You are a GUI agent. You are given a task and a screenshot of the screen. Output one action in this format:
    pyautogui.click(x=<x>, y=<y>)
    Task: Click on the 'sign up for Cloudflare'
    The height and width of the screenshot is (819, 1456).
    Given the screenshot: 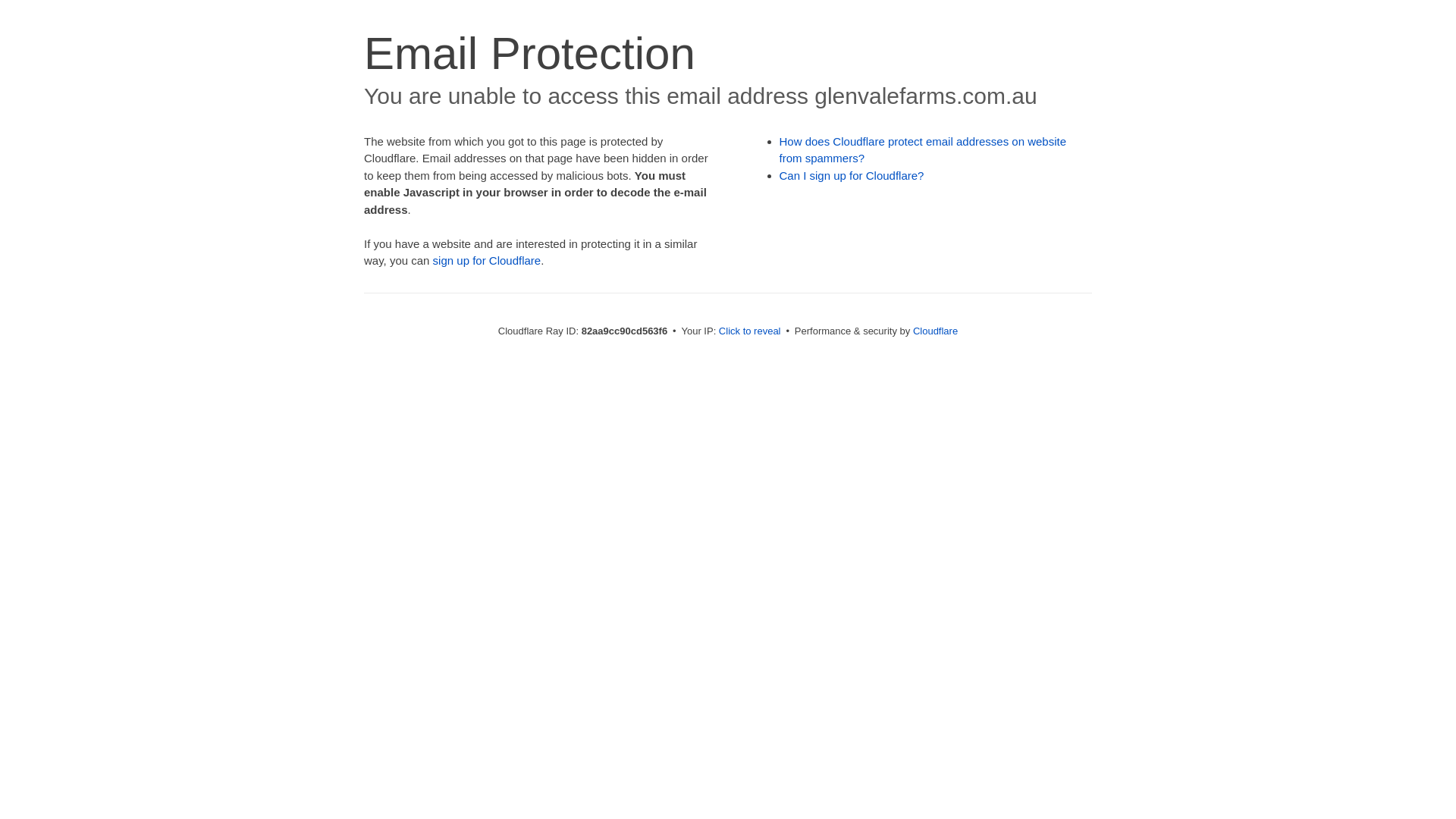 What is the action you would take?
    pyautogui.click(x=487, y=259)
    